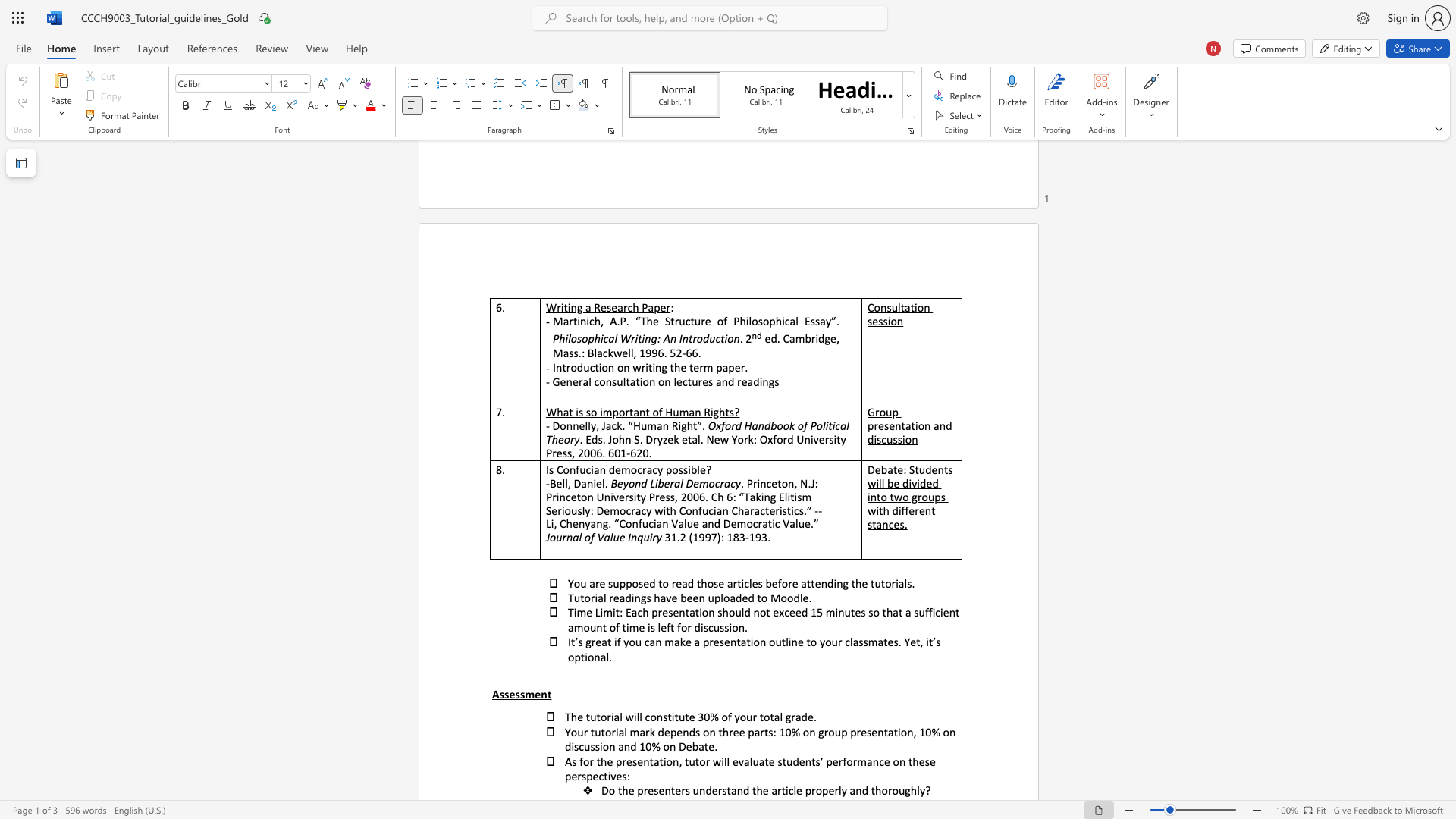 This screenshot has width=1456, height=819. I want to click on the subset text "en" within the text "Assessment", so click(535, 694).